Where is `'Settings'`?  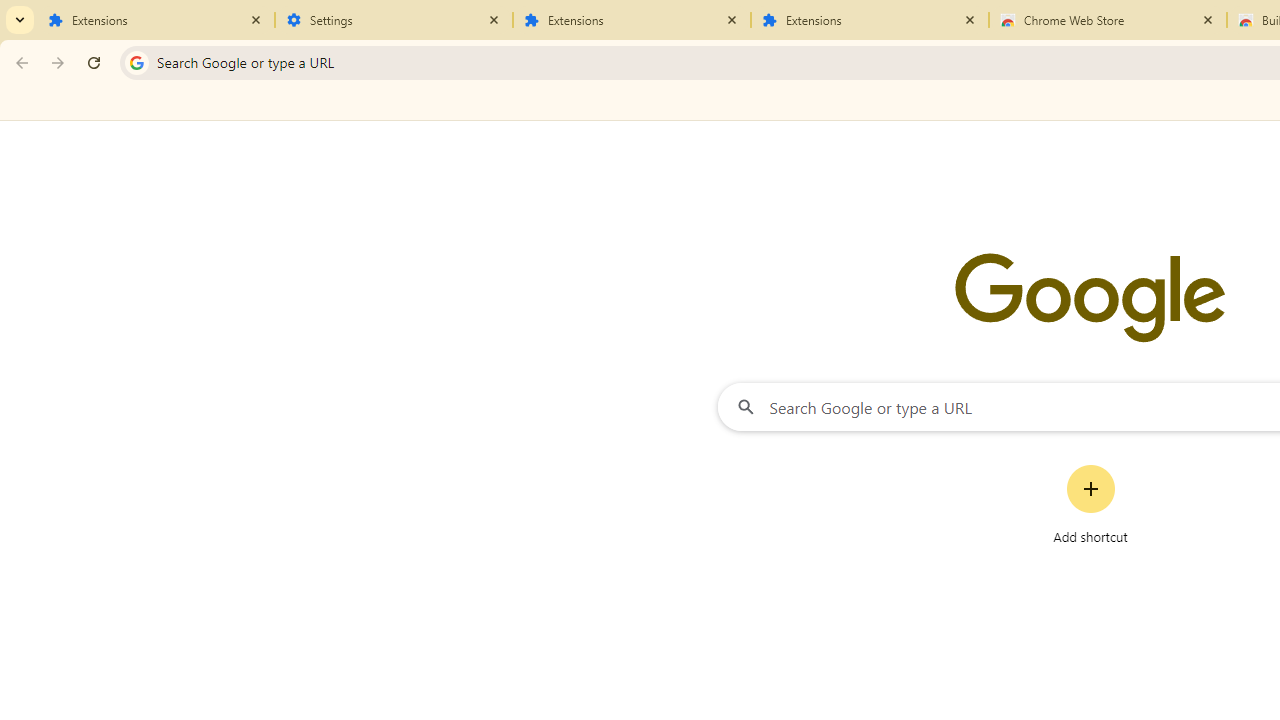
'Settings' is located at coordinates (394, 20).